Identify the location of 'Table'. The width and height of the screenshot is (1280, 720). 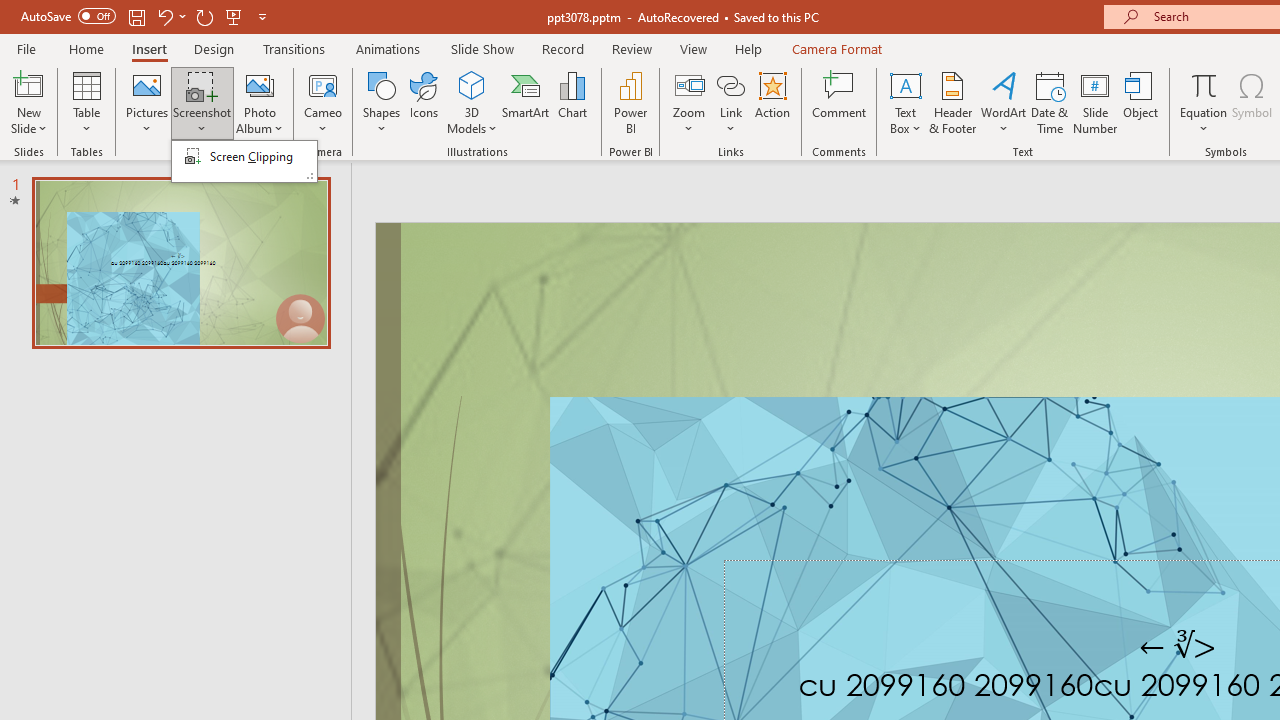
(86, 103).